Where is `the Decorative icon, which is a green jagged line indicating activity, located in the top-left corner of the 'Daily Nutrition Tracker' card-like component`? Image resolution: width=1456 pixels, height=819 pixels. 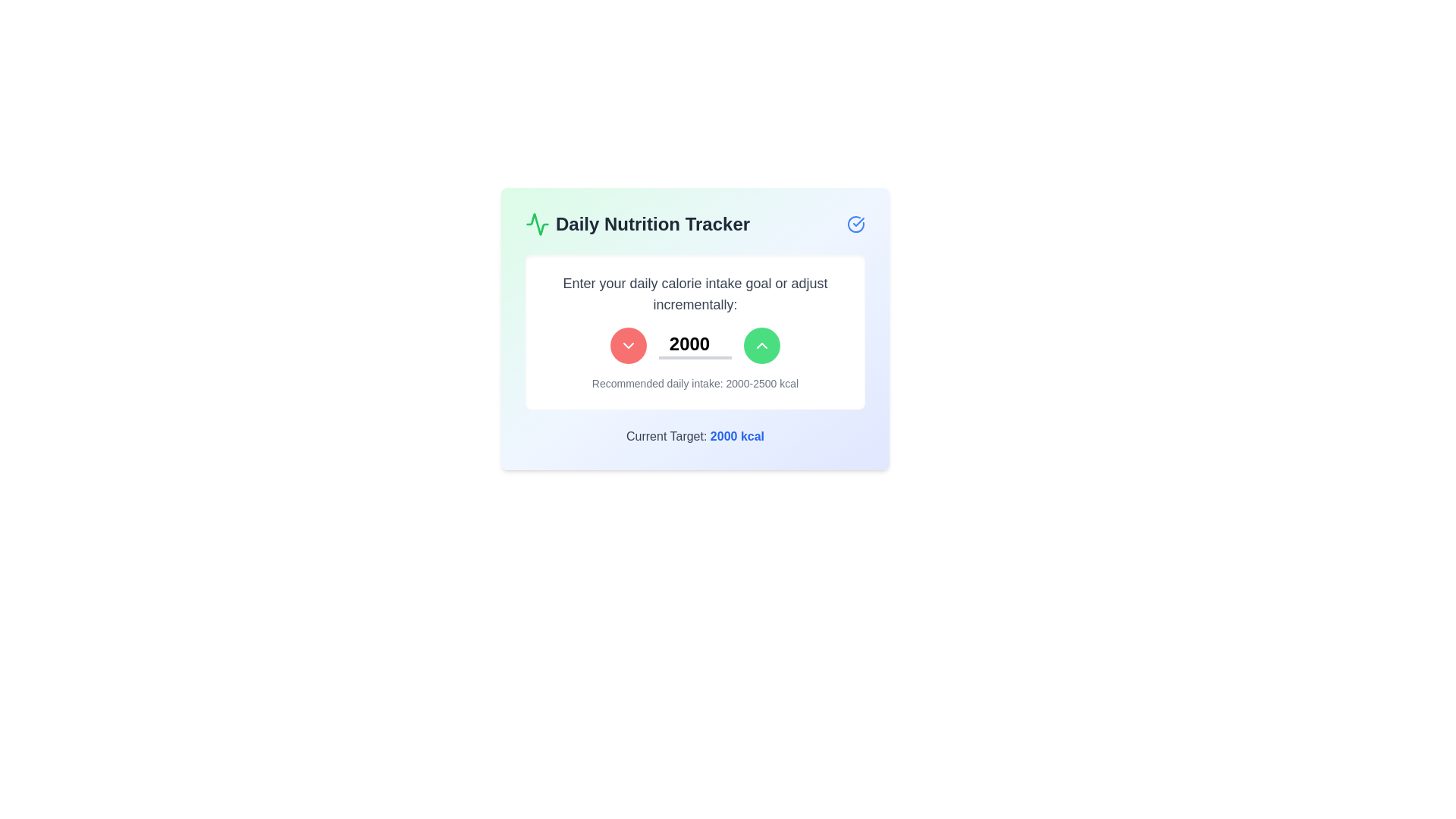
the Decorative icon, which is a green jagged line indicating activity, located in the top-left corner of the 'Daily Nutrition Tracker' card-like component is located at coordinates (538, 224).